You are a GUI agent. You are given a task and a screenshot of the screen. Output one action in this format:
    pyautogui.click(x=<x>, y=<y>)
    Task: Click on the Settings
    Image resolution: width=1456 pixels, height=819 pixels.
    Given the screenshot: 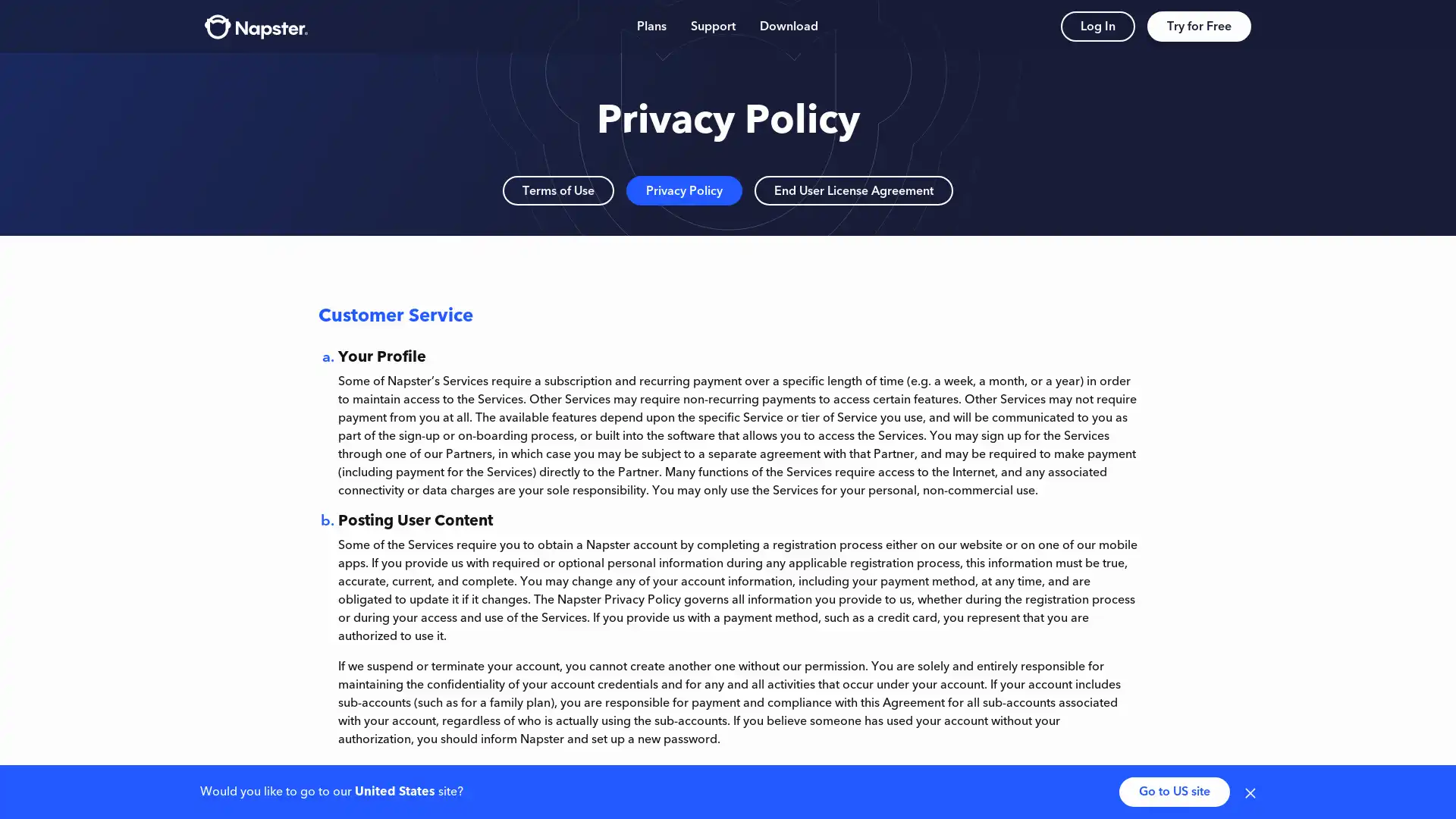 What is the action you would take?
    pyautogui.click(x=1227, y=697)
    